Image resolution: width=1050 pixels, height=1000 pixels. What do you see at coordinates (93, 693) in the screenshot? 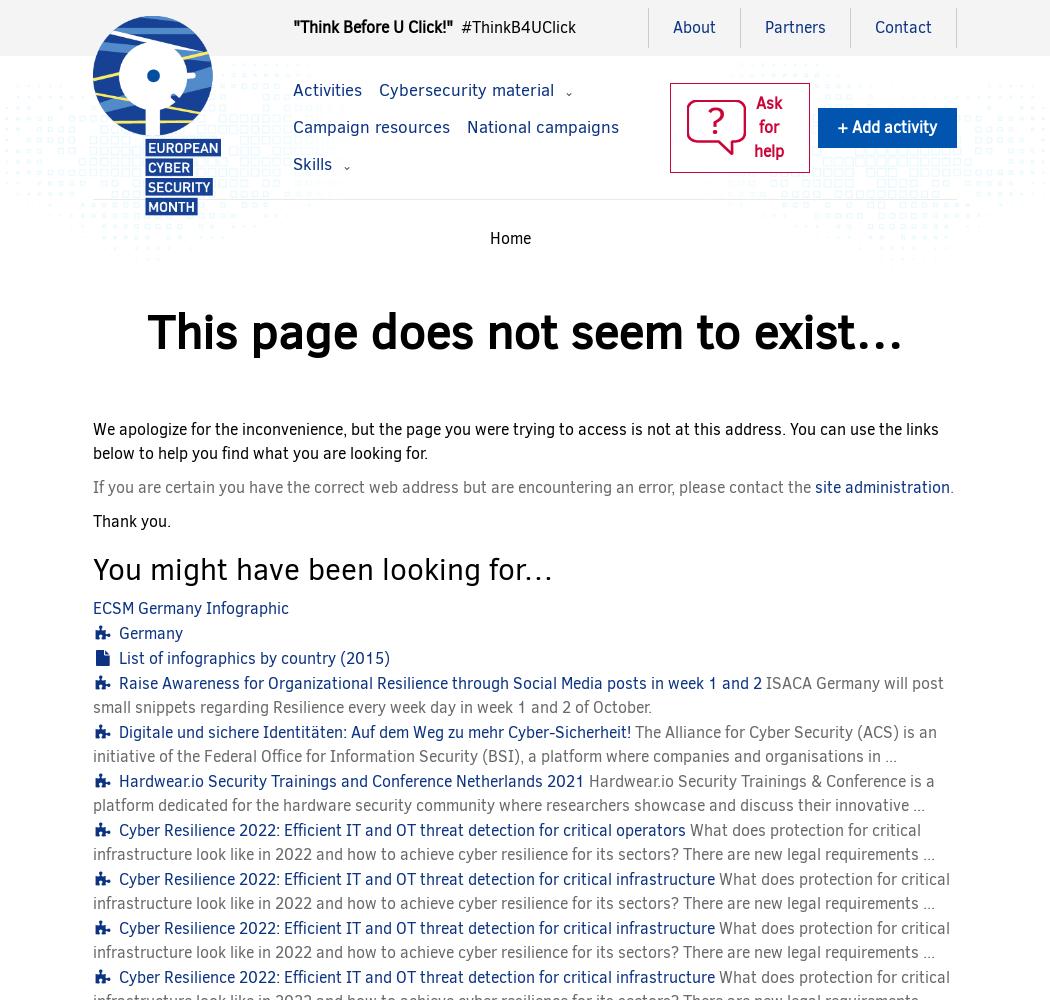
I see `'ISACA Germany will post small snippets regarding Resilience every week day in week 1 and 2 of October.'` at bounding box center [93, 693].